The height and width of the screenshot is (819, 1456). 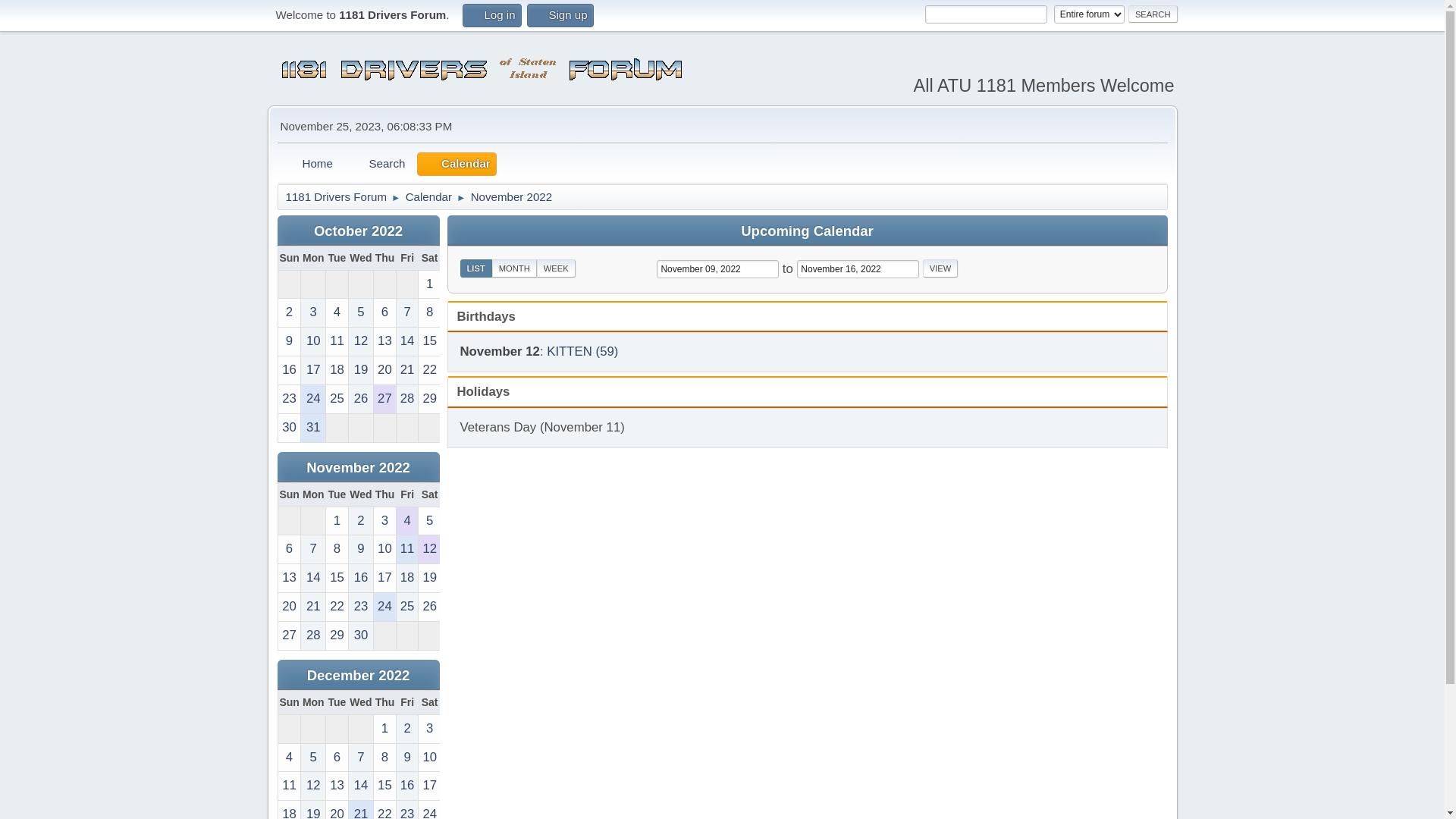 What do you see at coordinates (922, 268) in the screenshot?
I see `'View'` at bounding box center [922, 268].